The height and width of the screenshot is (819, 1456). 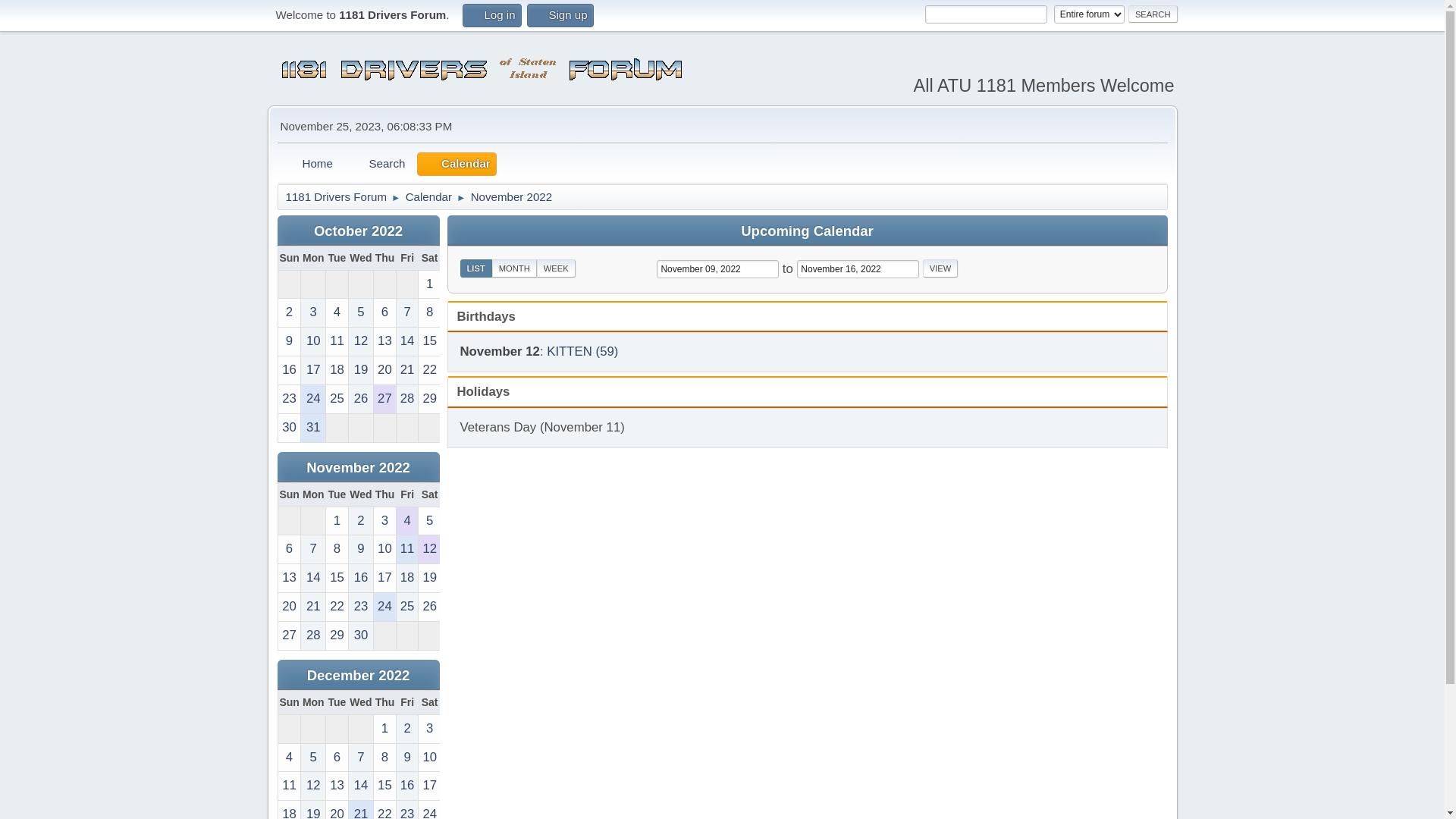 What do you see at coordinates (922, 268) in the screenshot?
I see `'View'` at bounding box center [922, 268].